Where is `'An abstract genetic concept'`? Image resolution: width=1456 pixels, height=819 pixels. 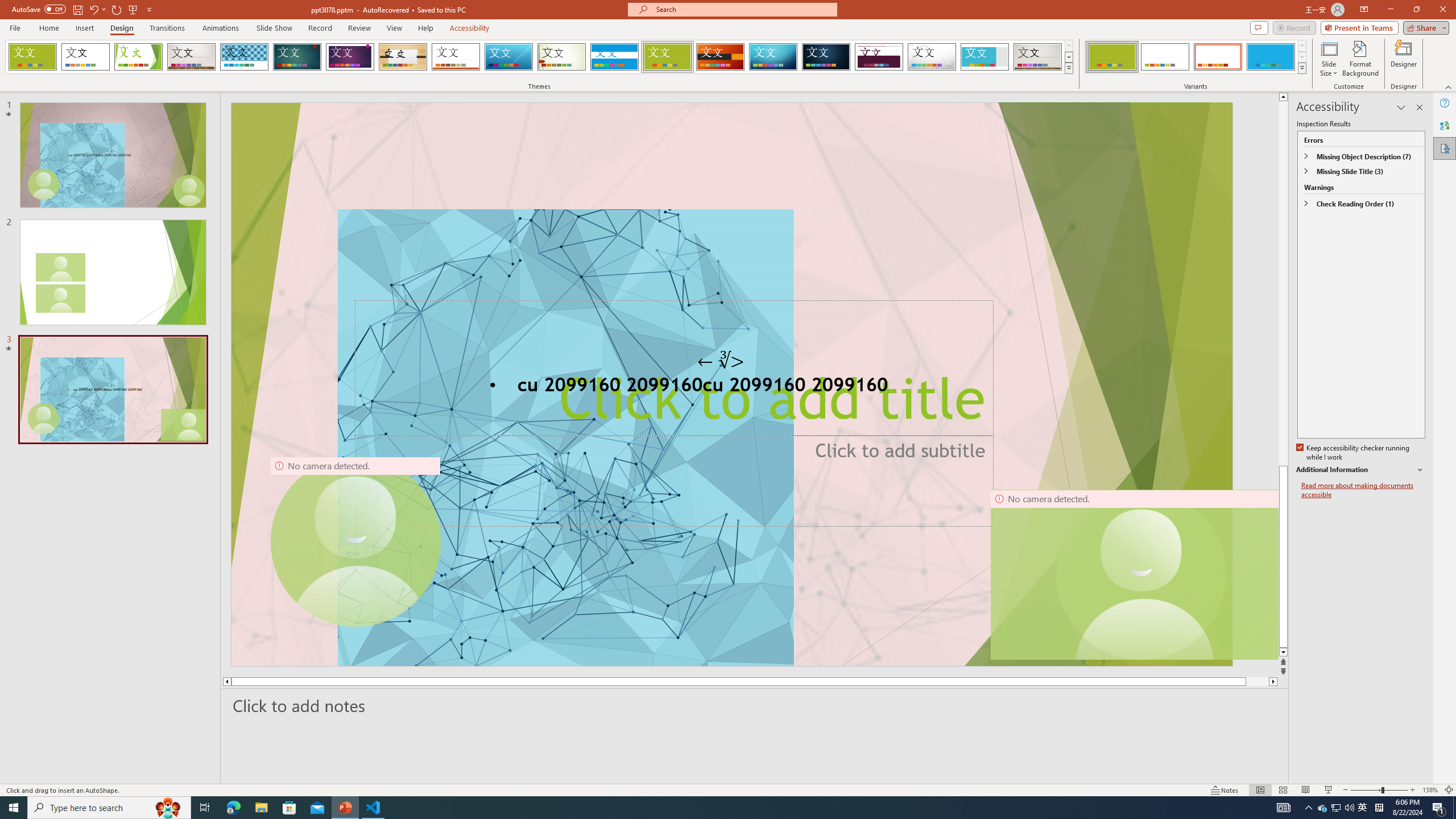 'An abstract genetic concept' is located at coordinates (731, 384).